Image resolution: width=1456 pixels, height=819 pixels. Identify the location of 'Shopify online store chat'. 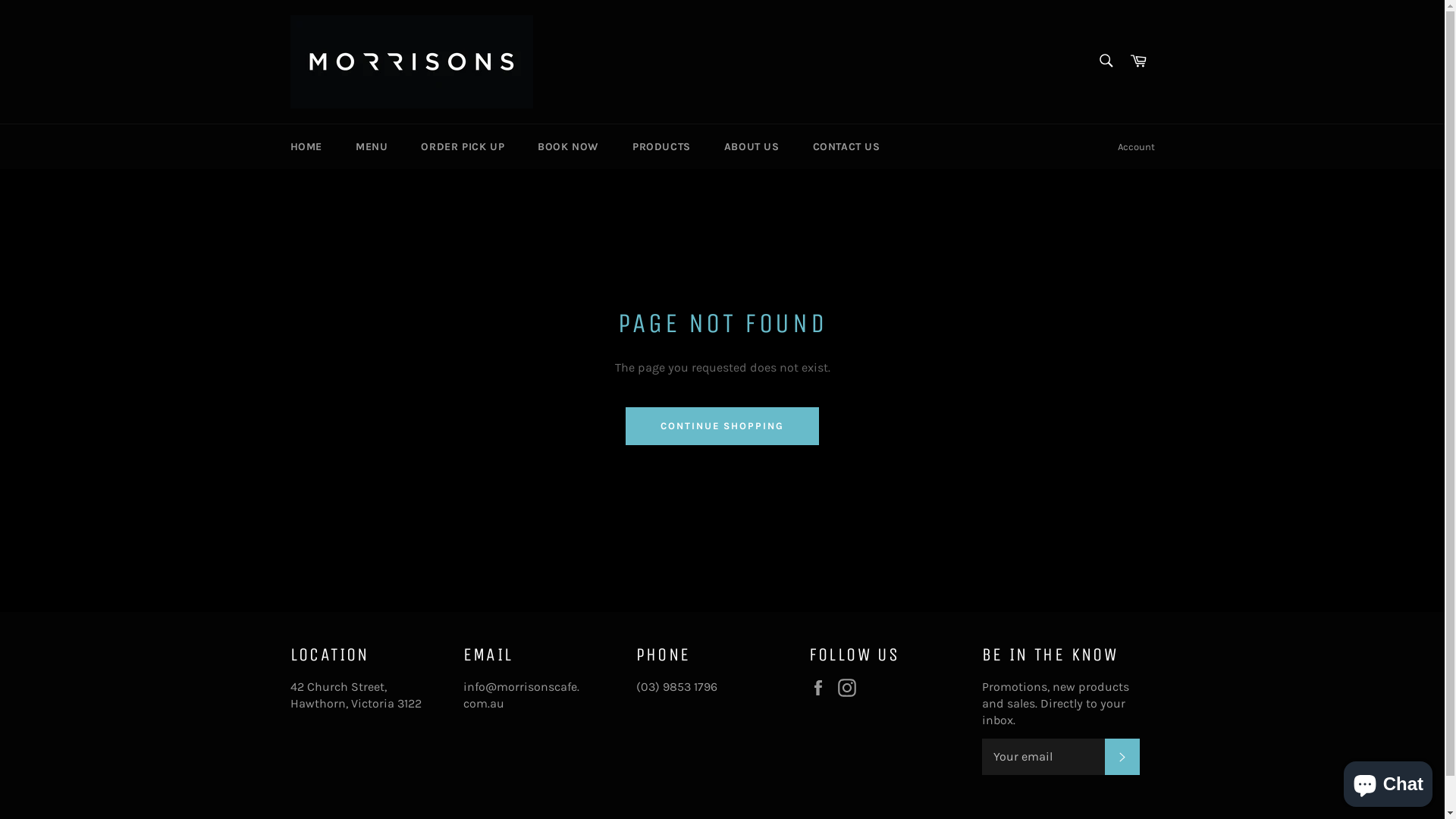
(1388, 780).